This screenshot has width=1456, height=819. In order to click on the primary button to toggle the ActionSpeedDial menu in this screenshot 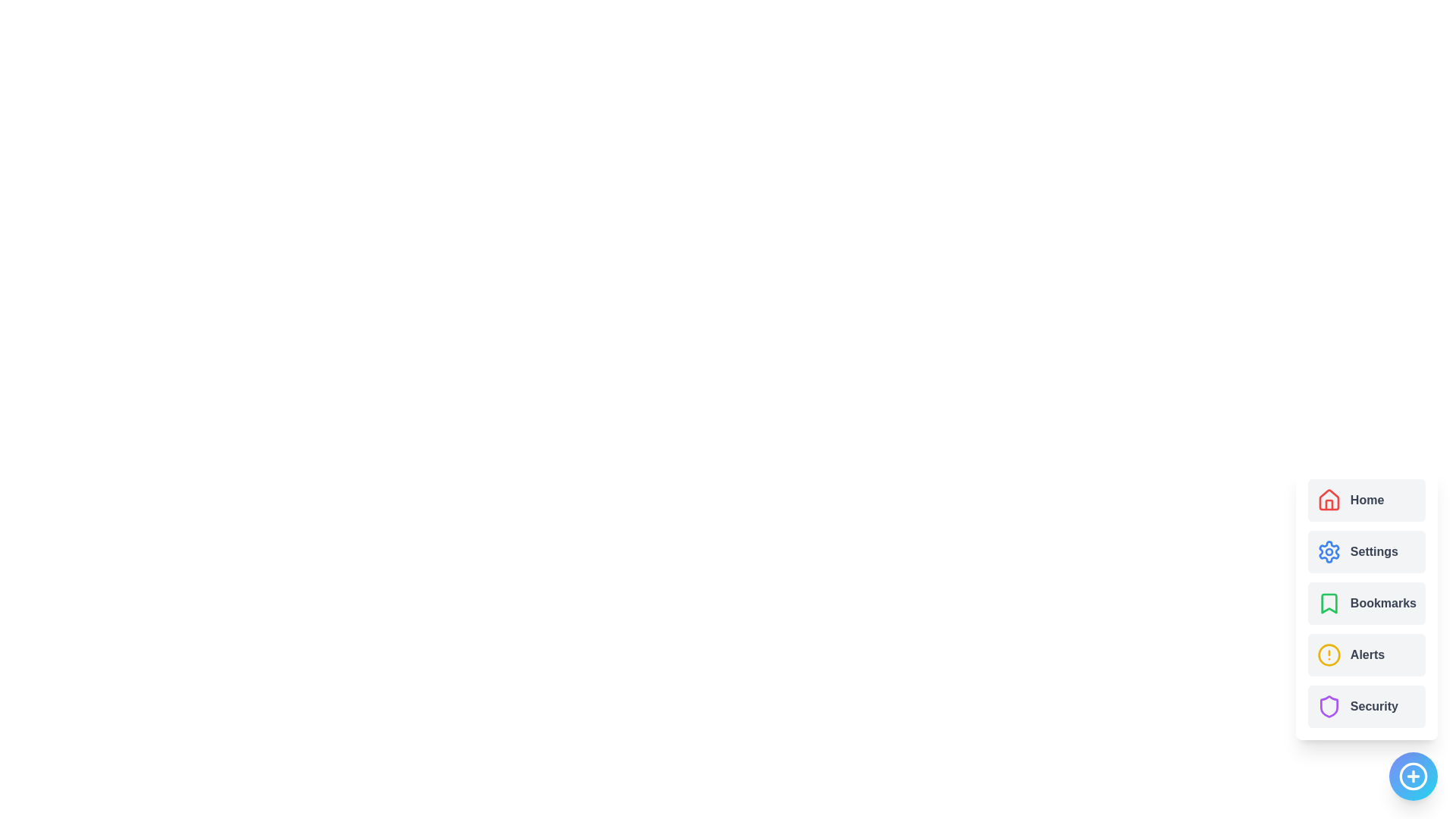, I will do `click(1412, 776)`.